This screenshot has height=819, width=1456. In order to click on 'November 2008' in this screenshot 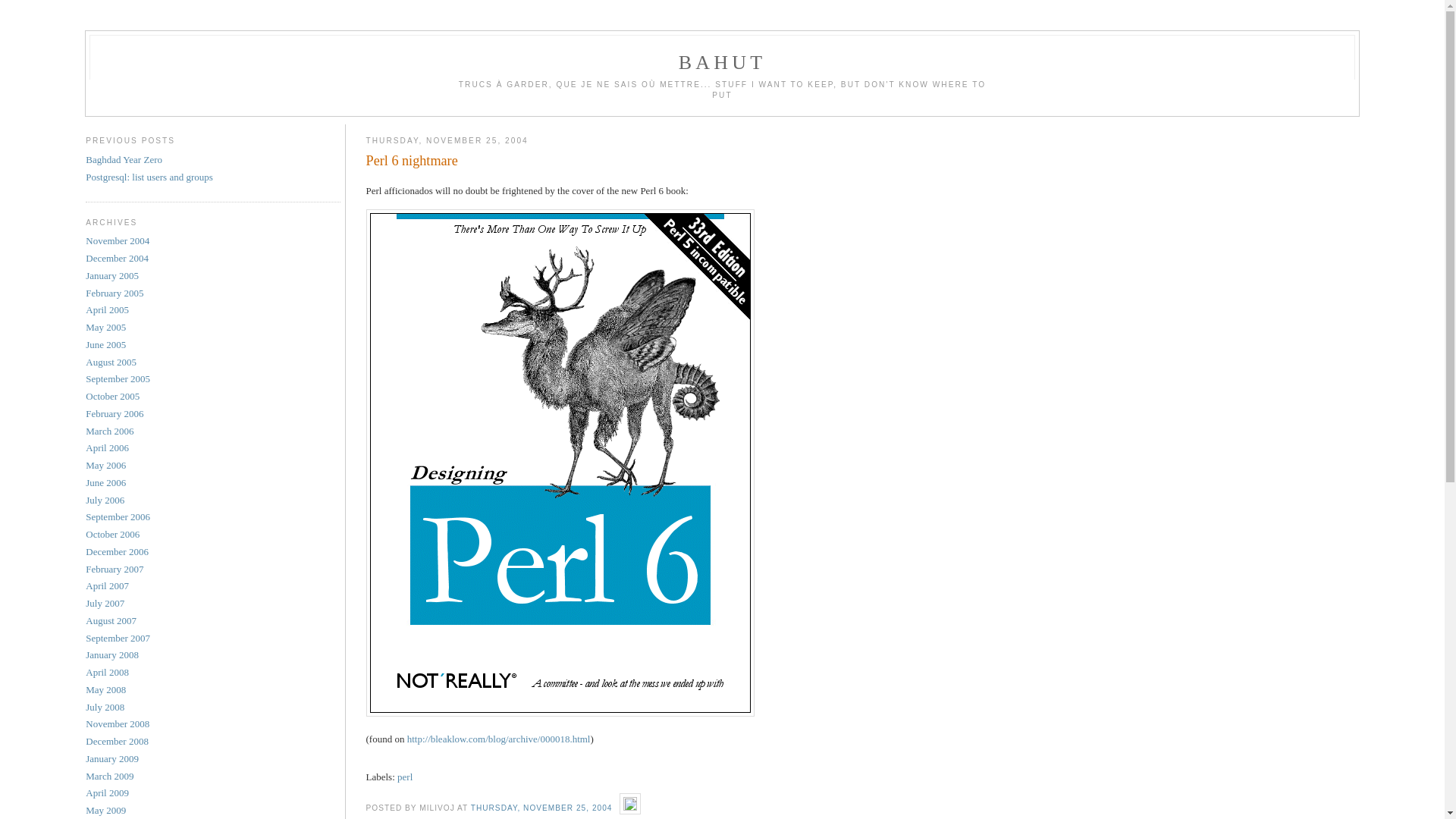, I will do `click(116, 723)`.